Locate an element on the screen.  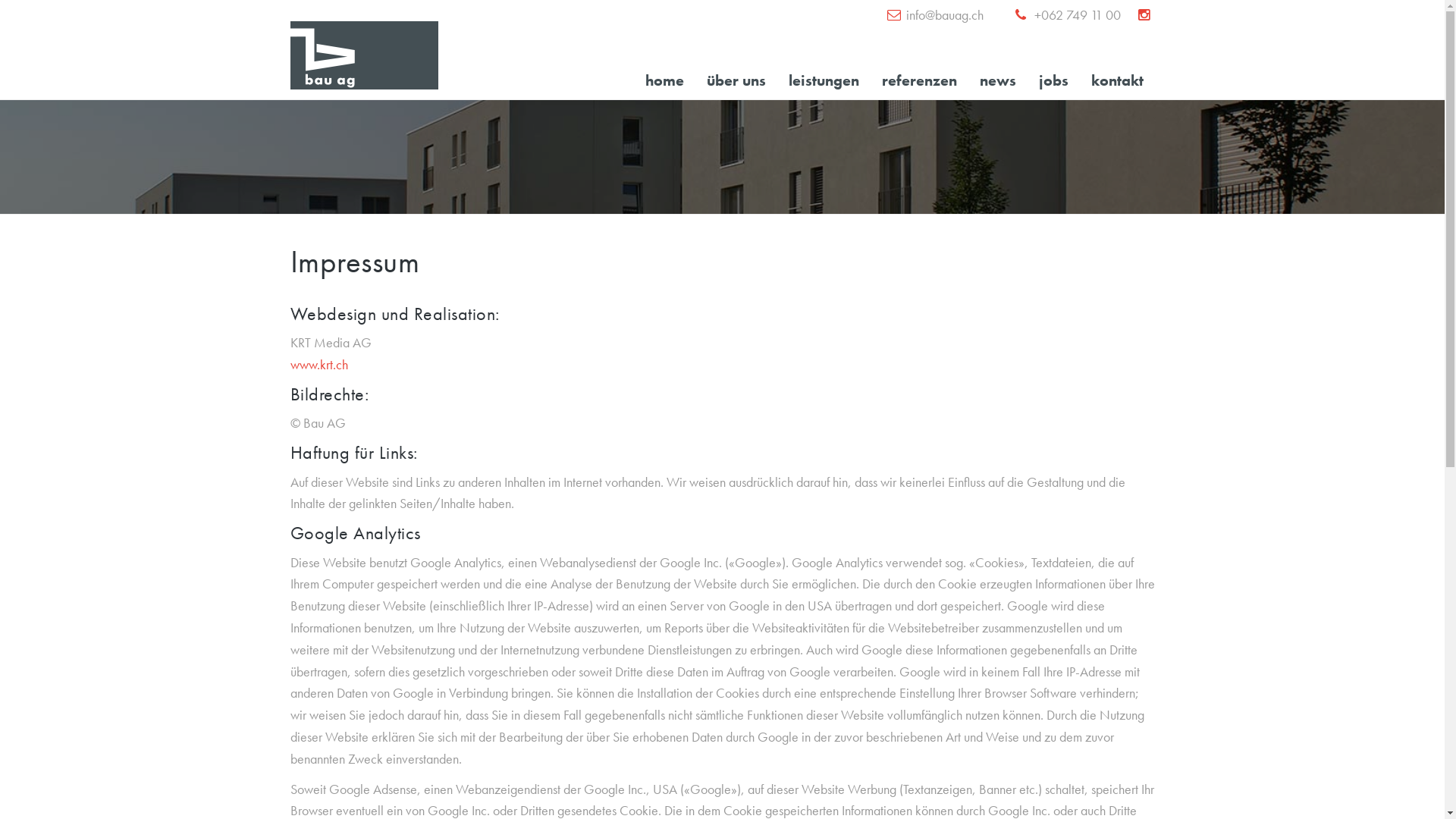
'home' is located at coordinates (664, 80).